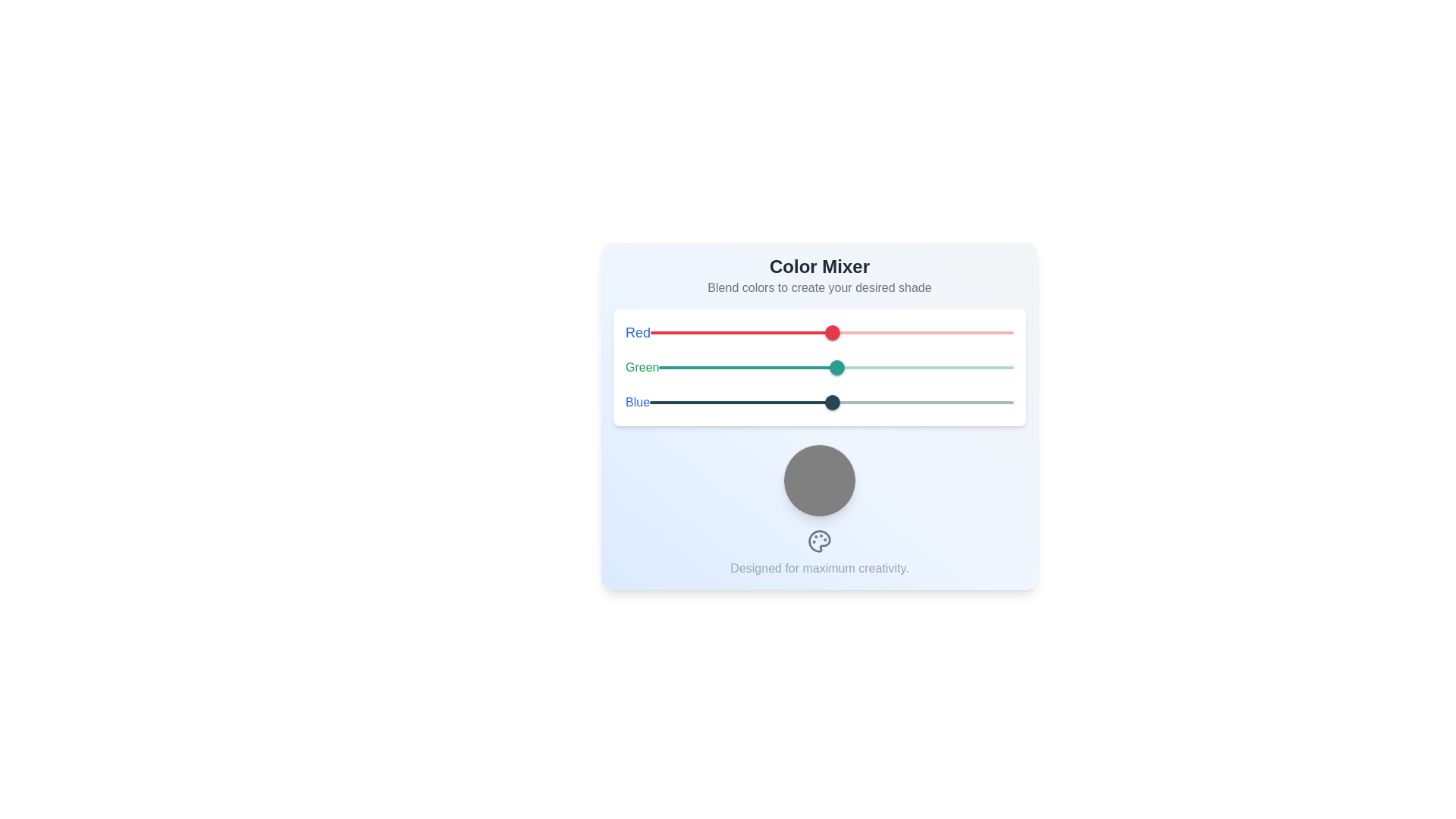  Describe the element at coordinates (818, 288) in the screenshot. I see `the static text that reads 'Blend colors to create your desired shade', which is styled in muted gray font and located below the title 'Color Mixer'` at that location.